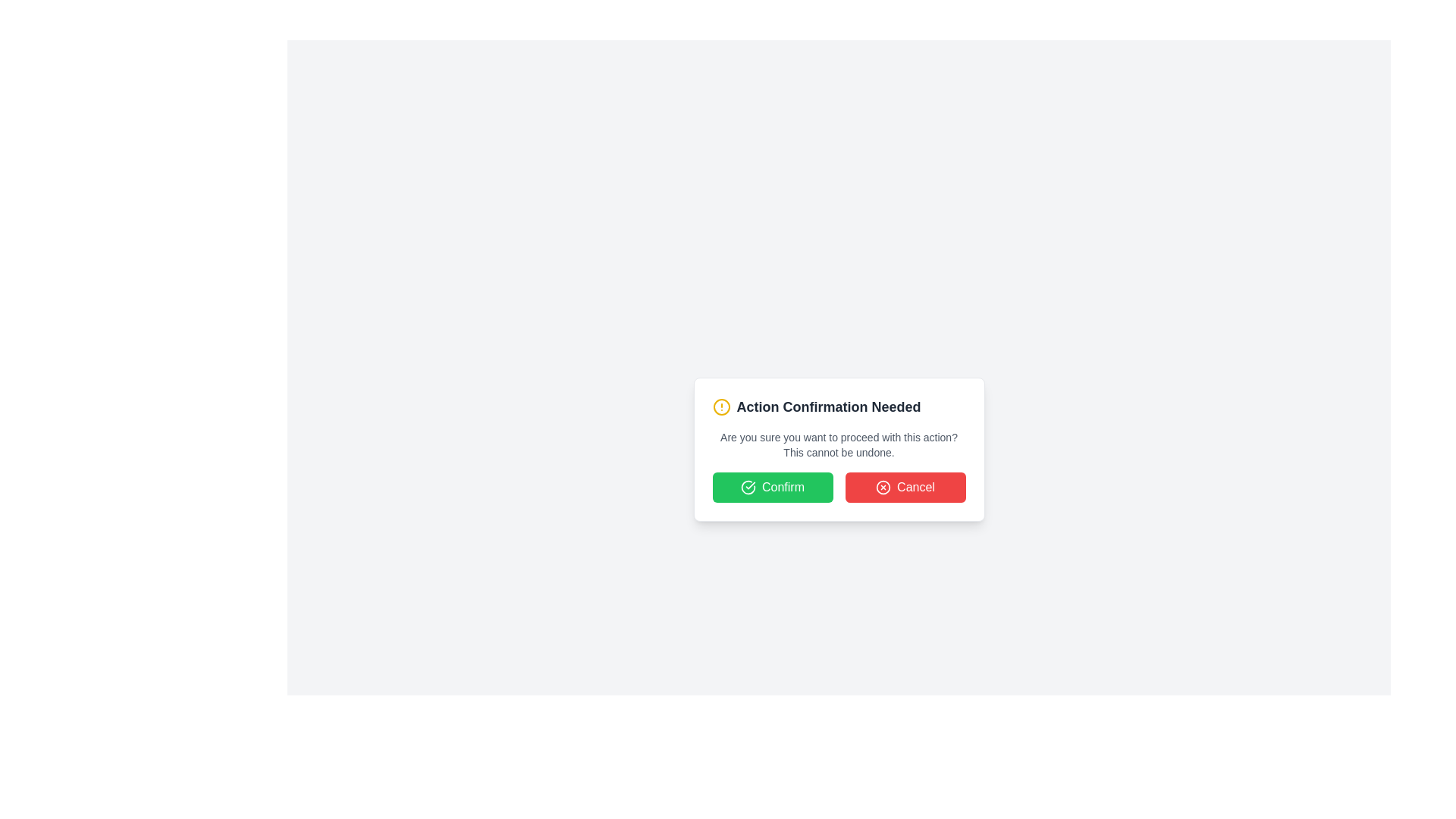  What do you see at coordinates (748, 488) in the screenshot?
I see `the circular icon with a checkmark located in the bottom right area of the confirmation dialog box, next to the 'Confirm' button` at bounding box center [748, 488].